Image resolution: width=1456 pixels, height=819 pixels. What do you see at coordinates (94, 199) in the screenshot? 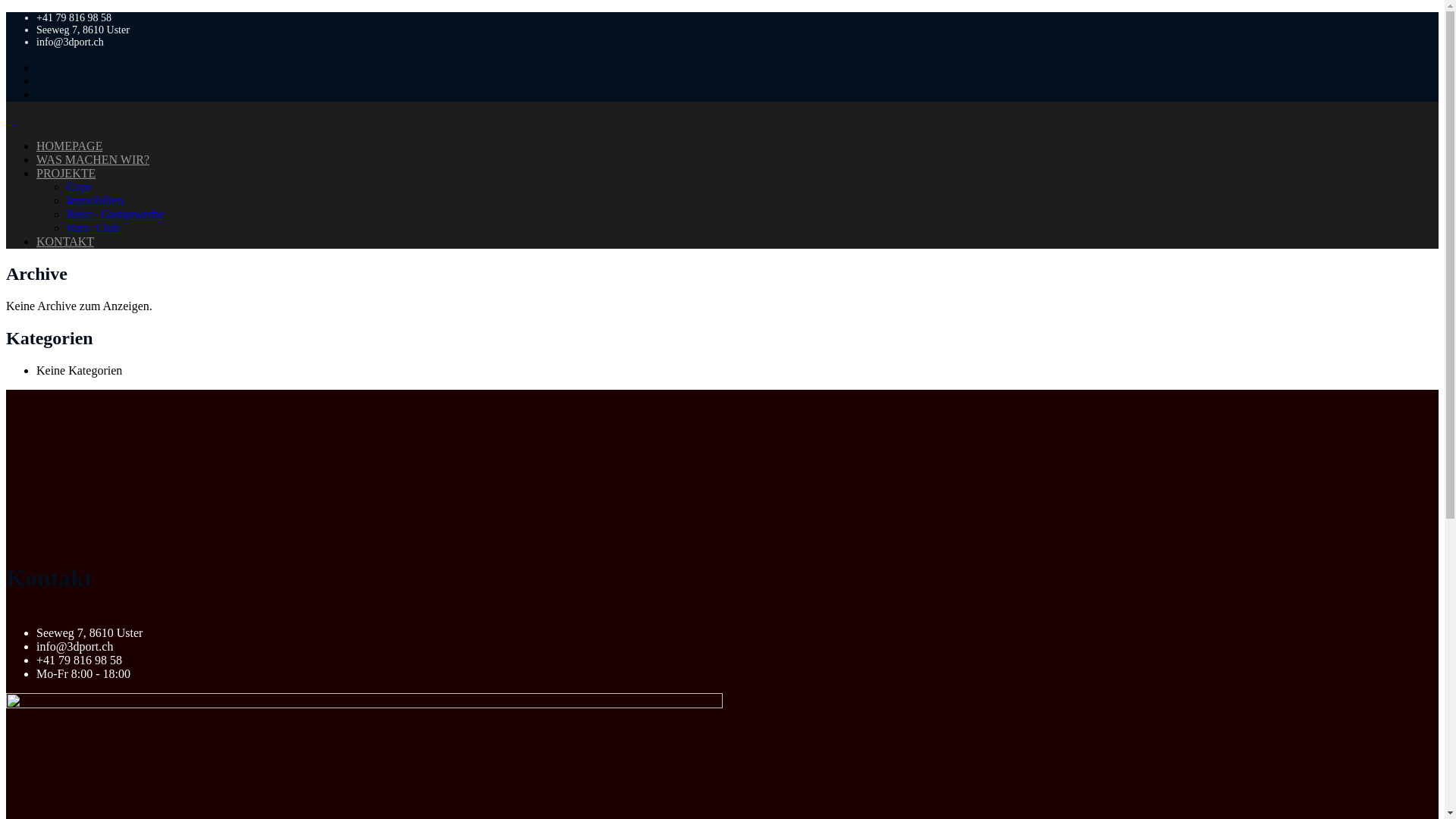
I see `'Immobilien'` at bounding box center [94, 199].